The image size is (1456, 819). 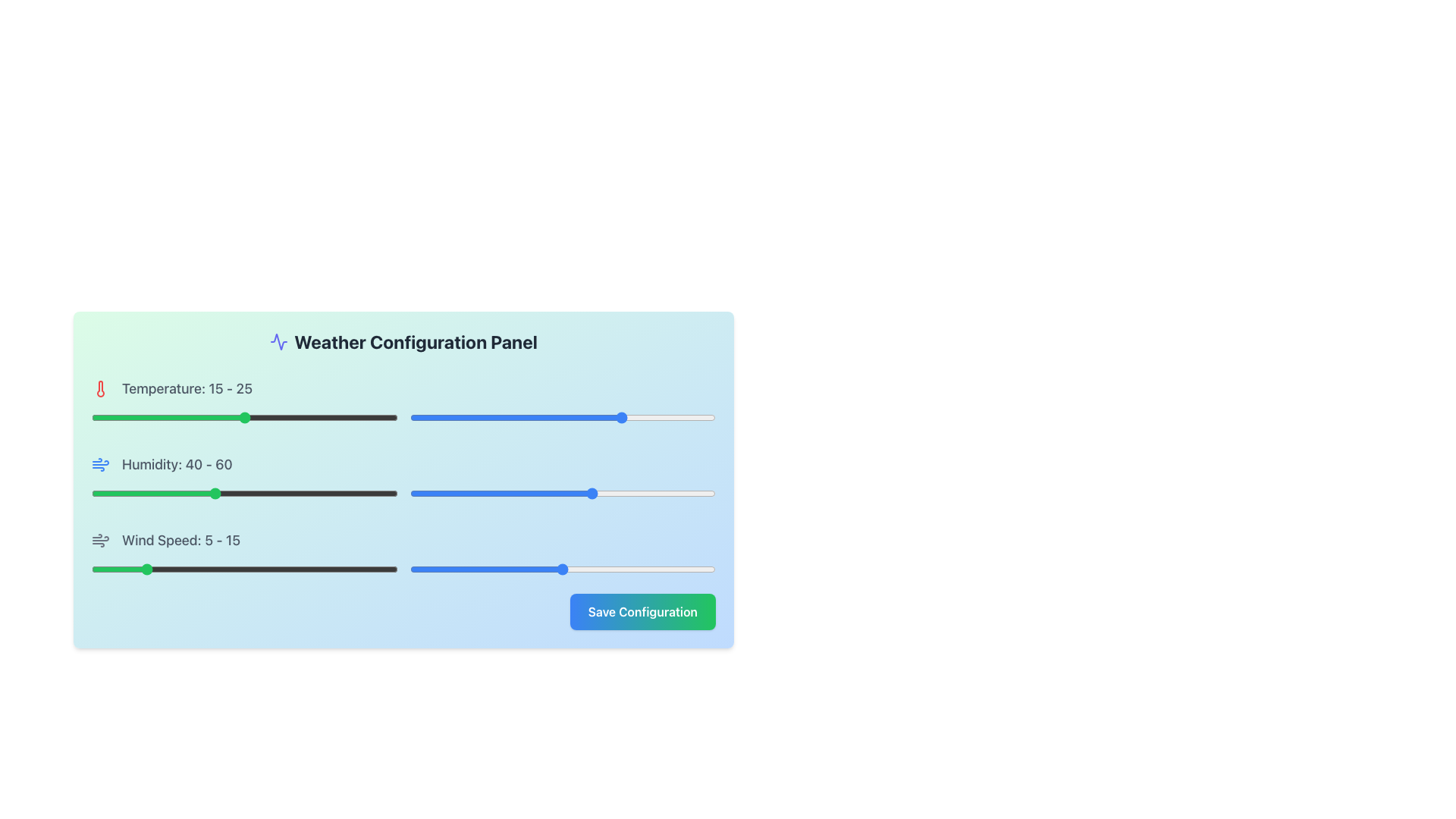 What do you see at coordinates (367, 570) in the screenshot?
I see `the start value of the wind speed range` at bounding box center [367, 570].